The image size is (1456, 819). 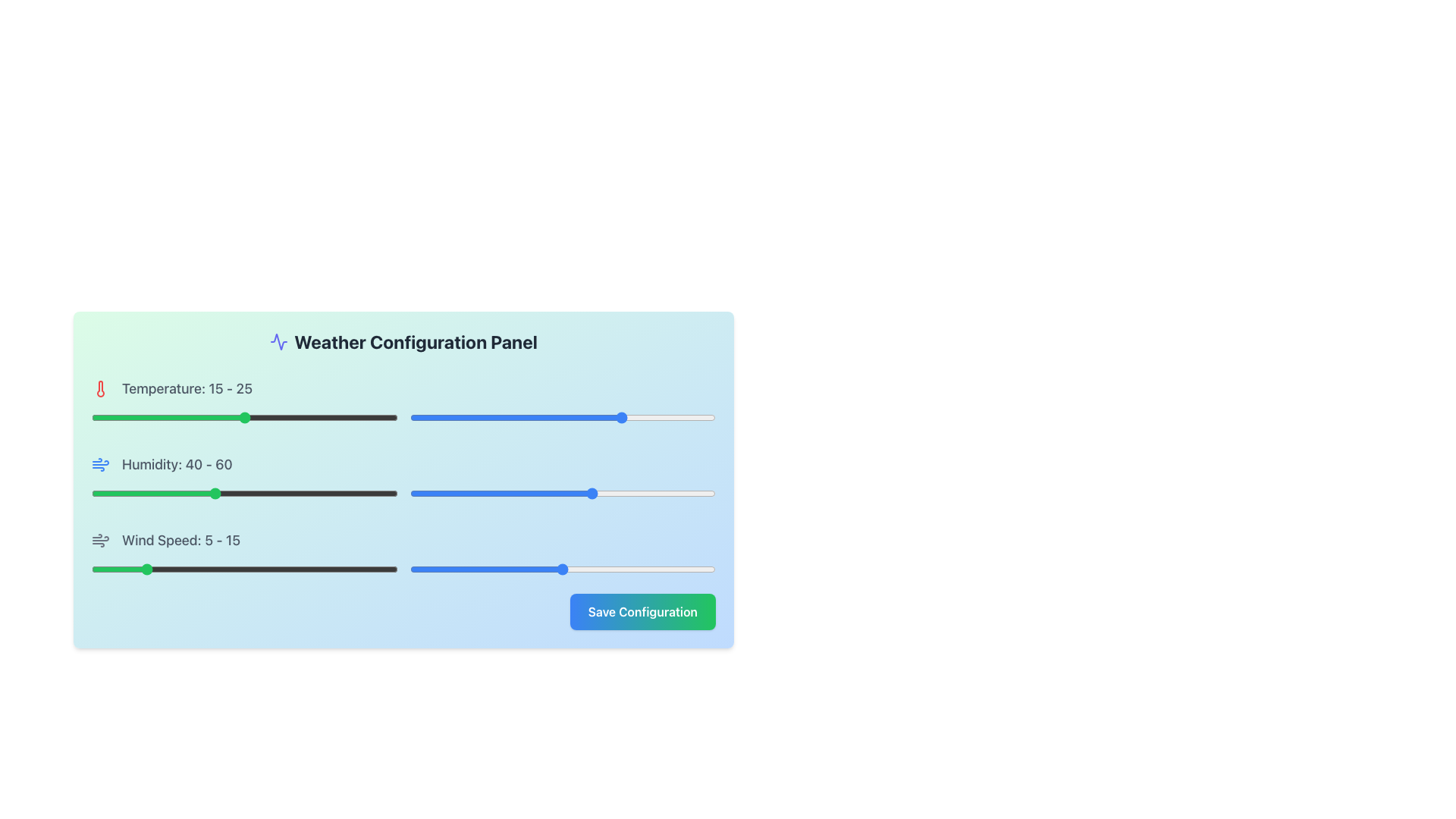 What do you see at coordinates (367, 570) in the screenshot?
I see `the start value of the wind speed range` at bounding box center [367, 570].